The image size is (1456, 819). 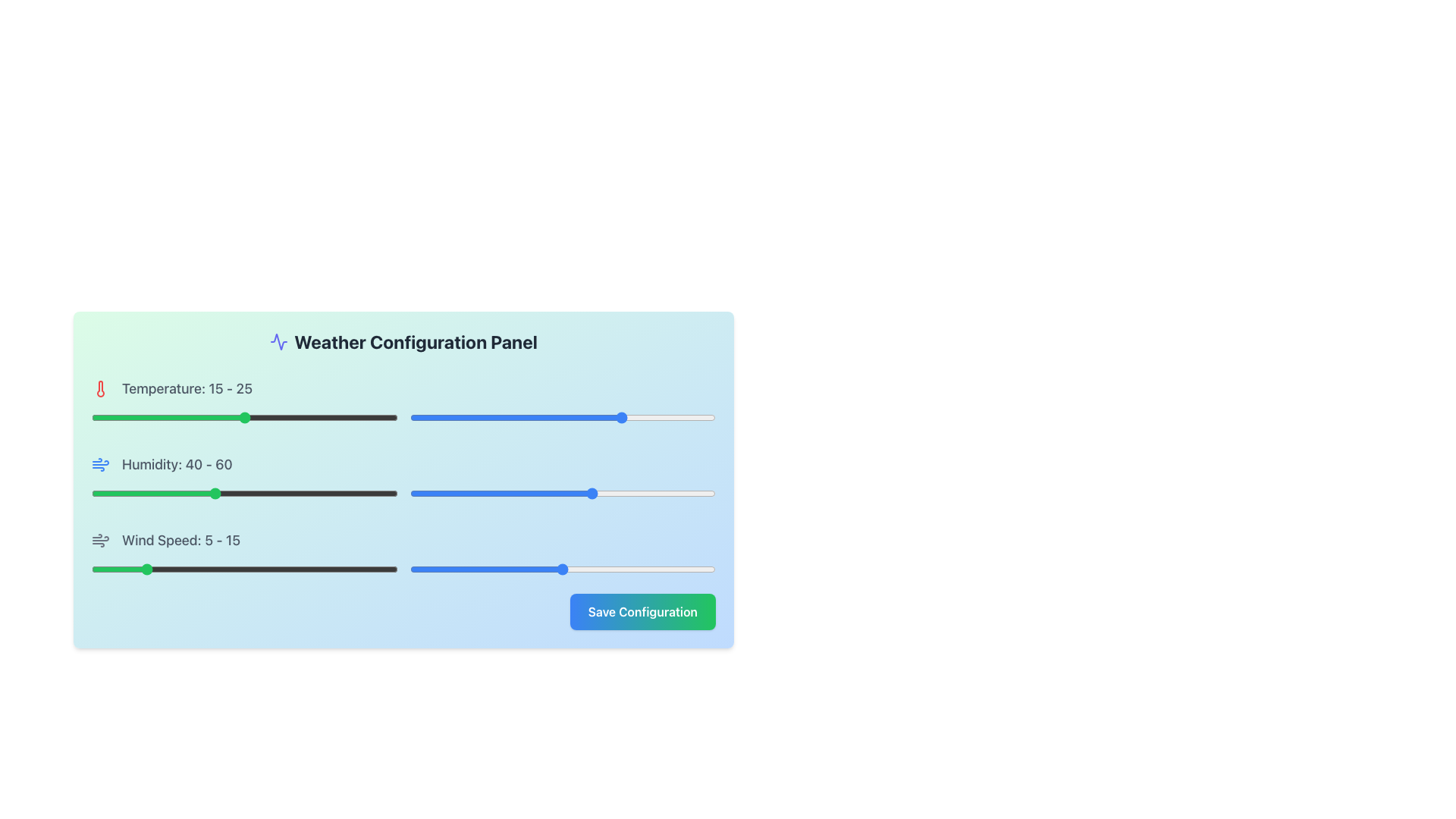 What do you see at coordinates (367, 570) in the screenshot?
I see `the start value of the wind speed range` at bounding box center [367, 570].